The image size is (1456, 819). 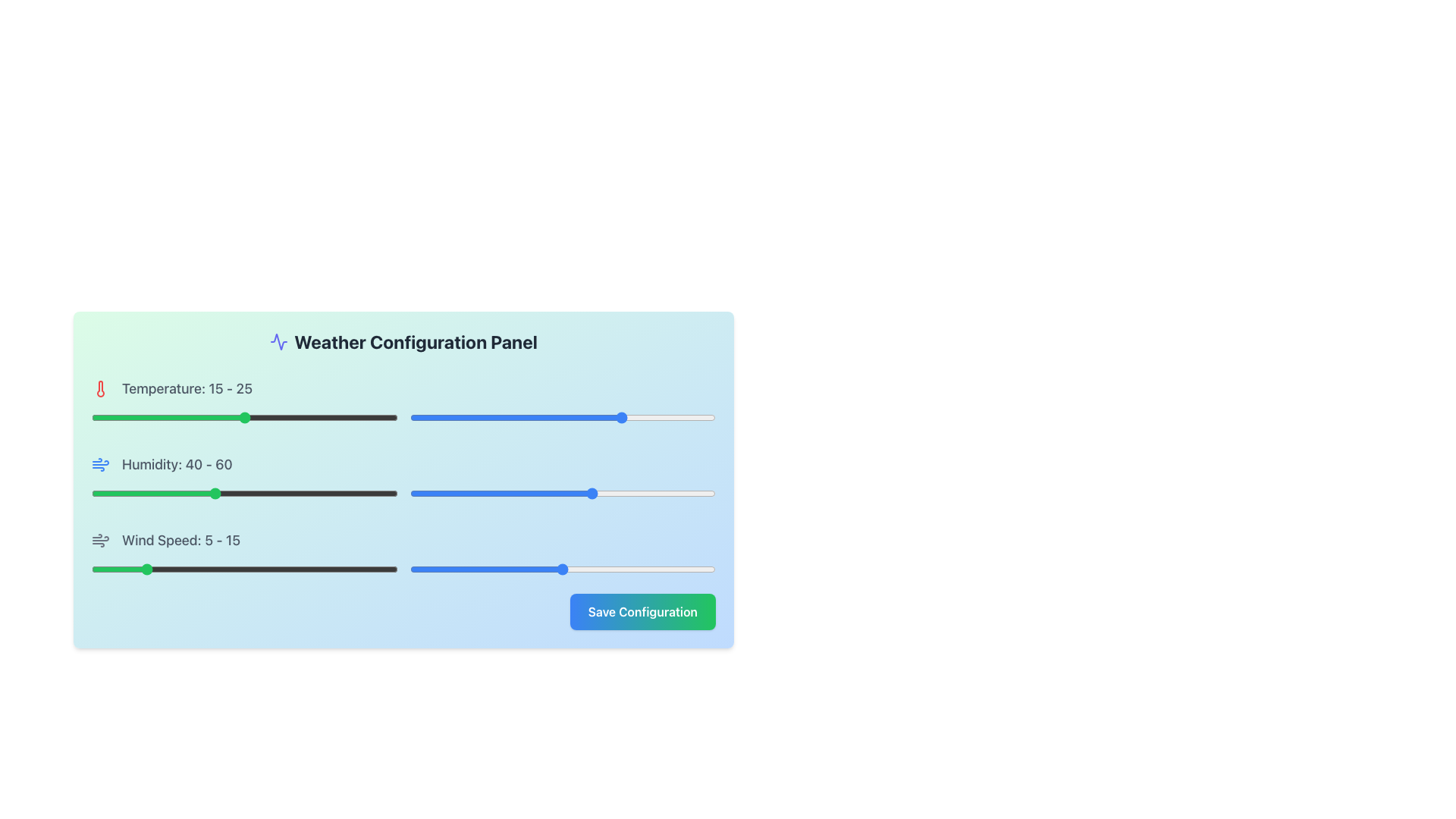 What do you see at coordinates (367, 570) in the screenshot?
I see `the start value of the wind speed range` at bounding box center [367, 570].